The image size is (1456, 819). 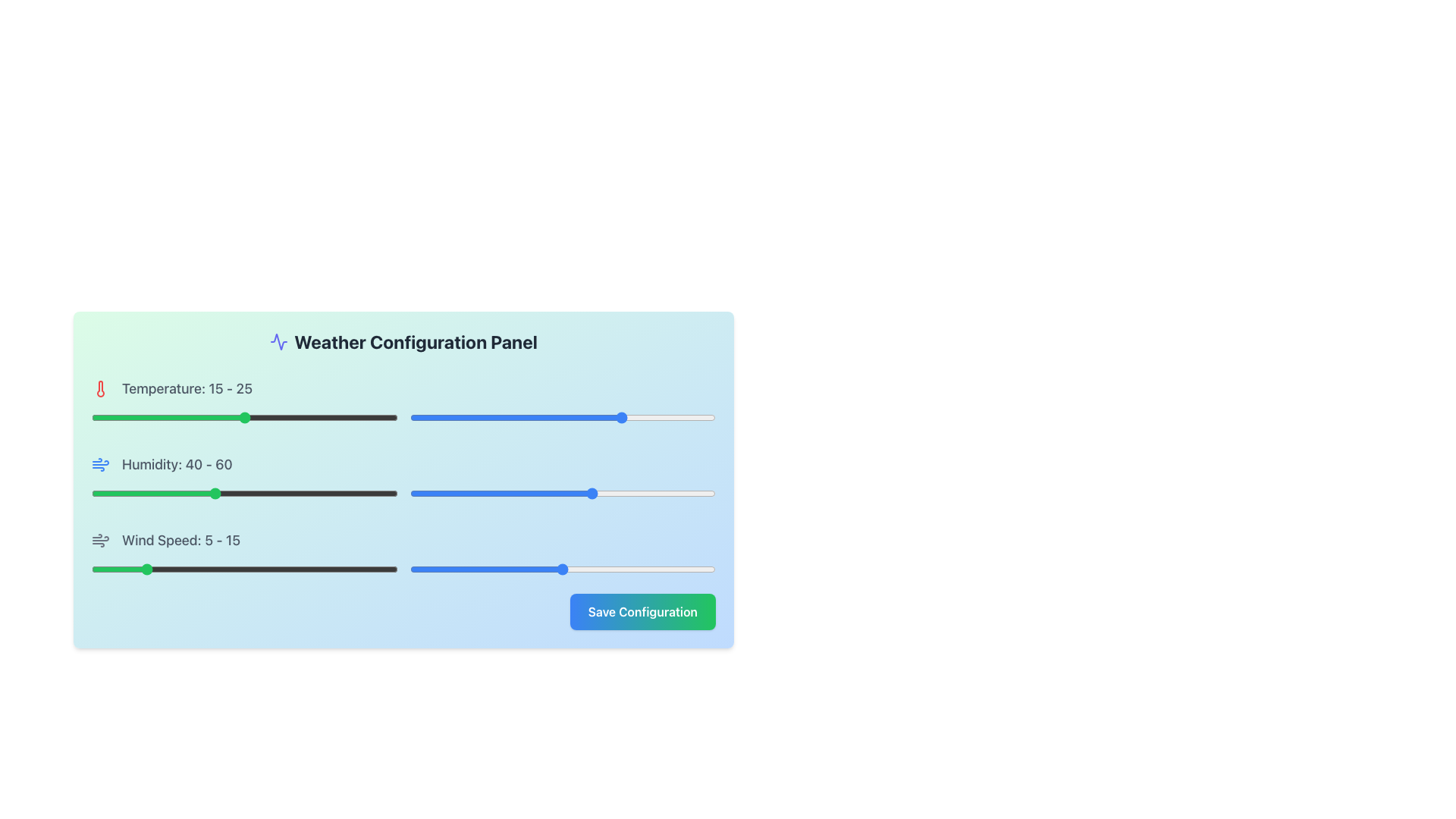 What do you see at coordinates (367, 570) in the screenshot?
I see `the start value of the wind speed range` at bounding box center [367, 570].